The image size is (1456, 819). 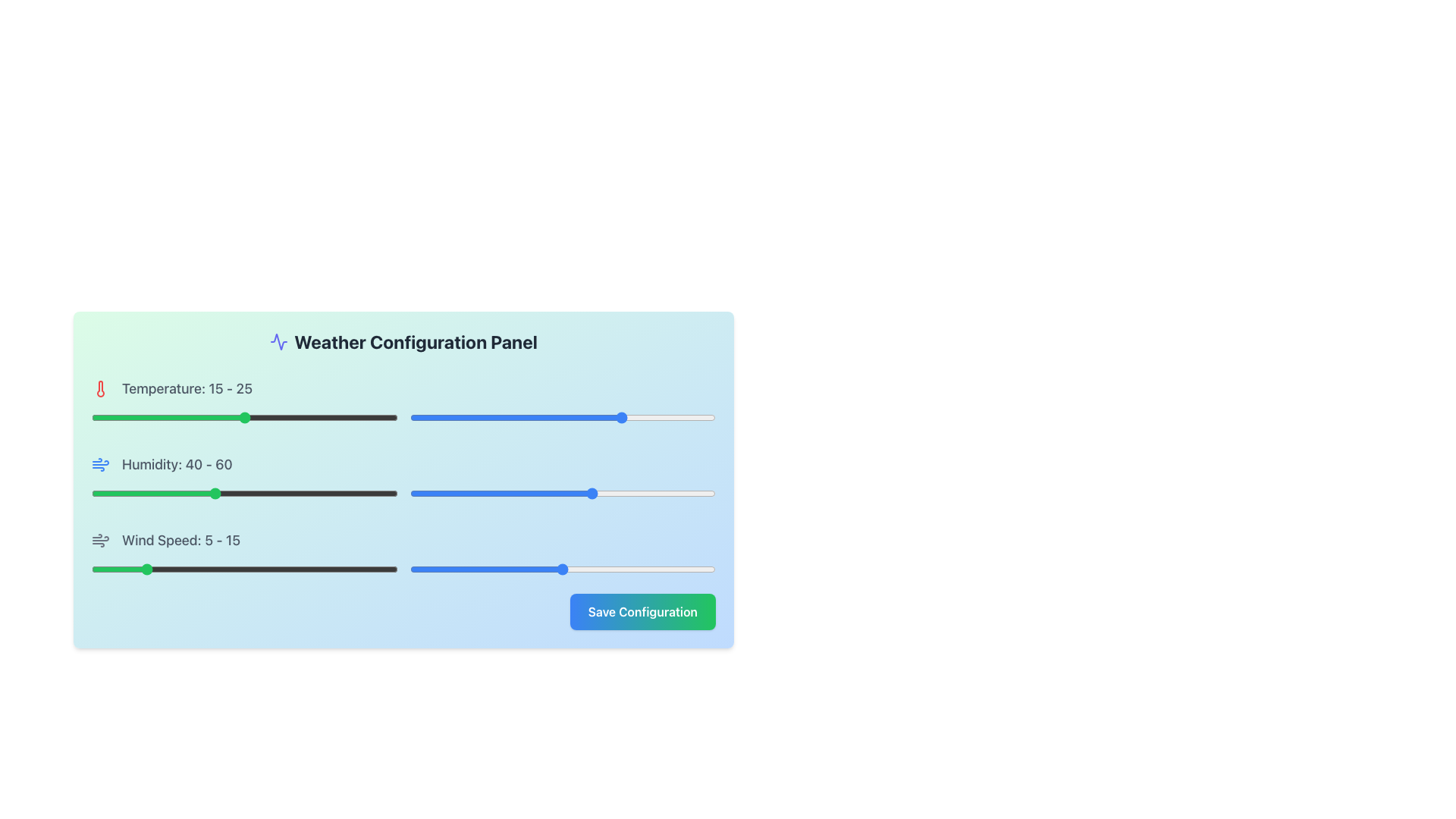 What do you see at coordinates (367, 570) in the screenshot?
I see `the start value of the wind speed range` at bounding box center [367, 570].